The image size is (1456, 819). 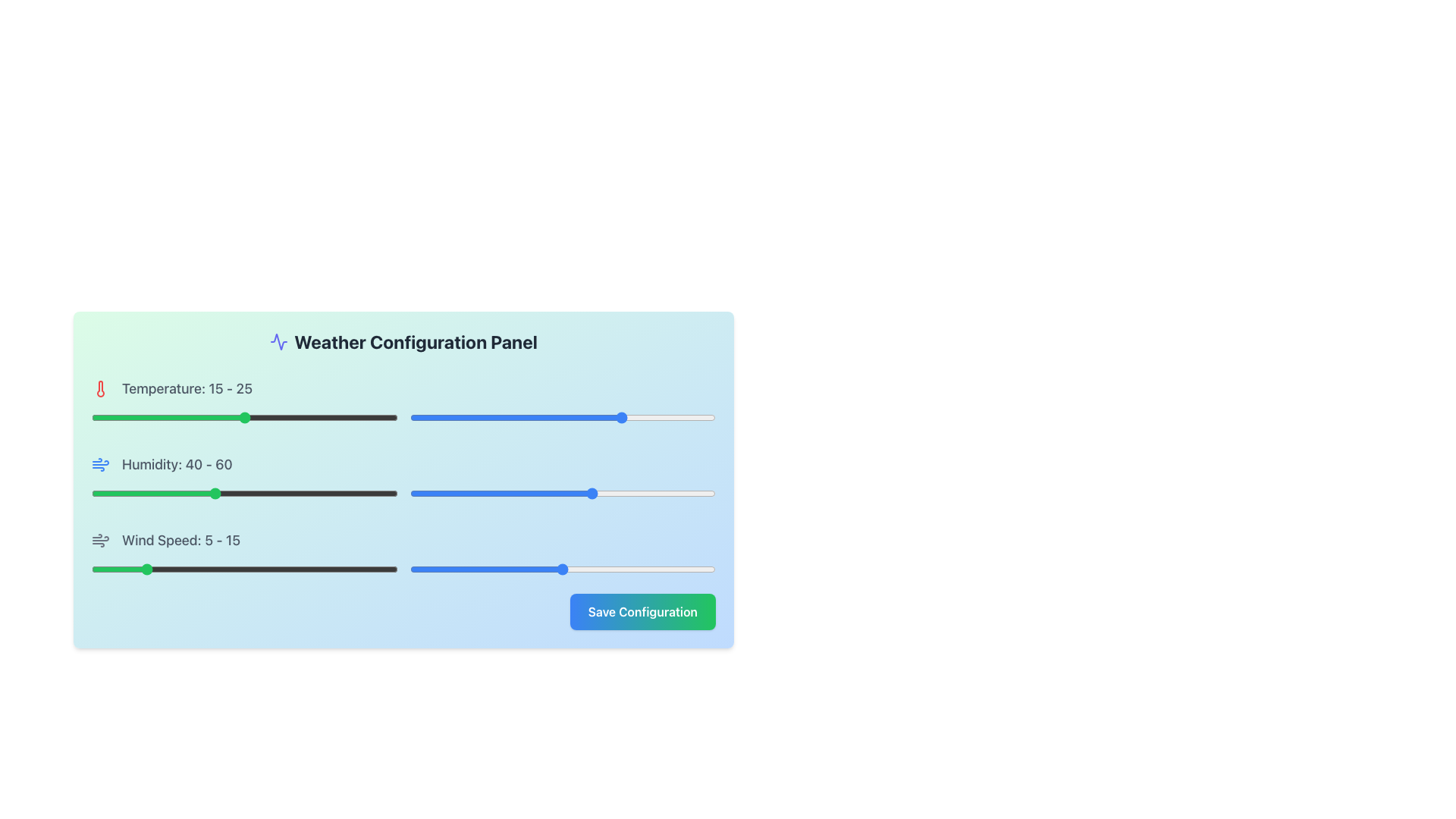 What do you see at coordinates (367, 570) in the screenshot?
I see `the start value of the wind speed range` at bounding box center [367, 570].